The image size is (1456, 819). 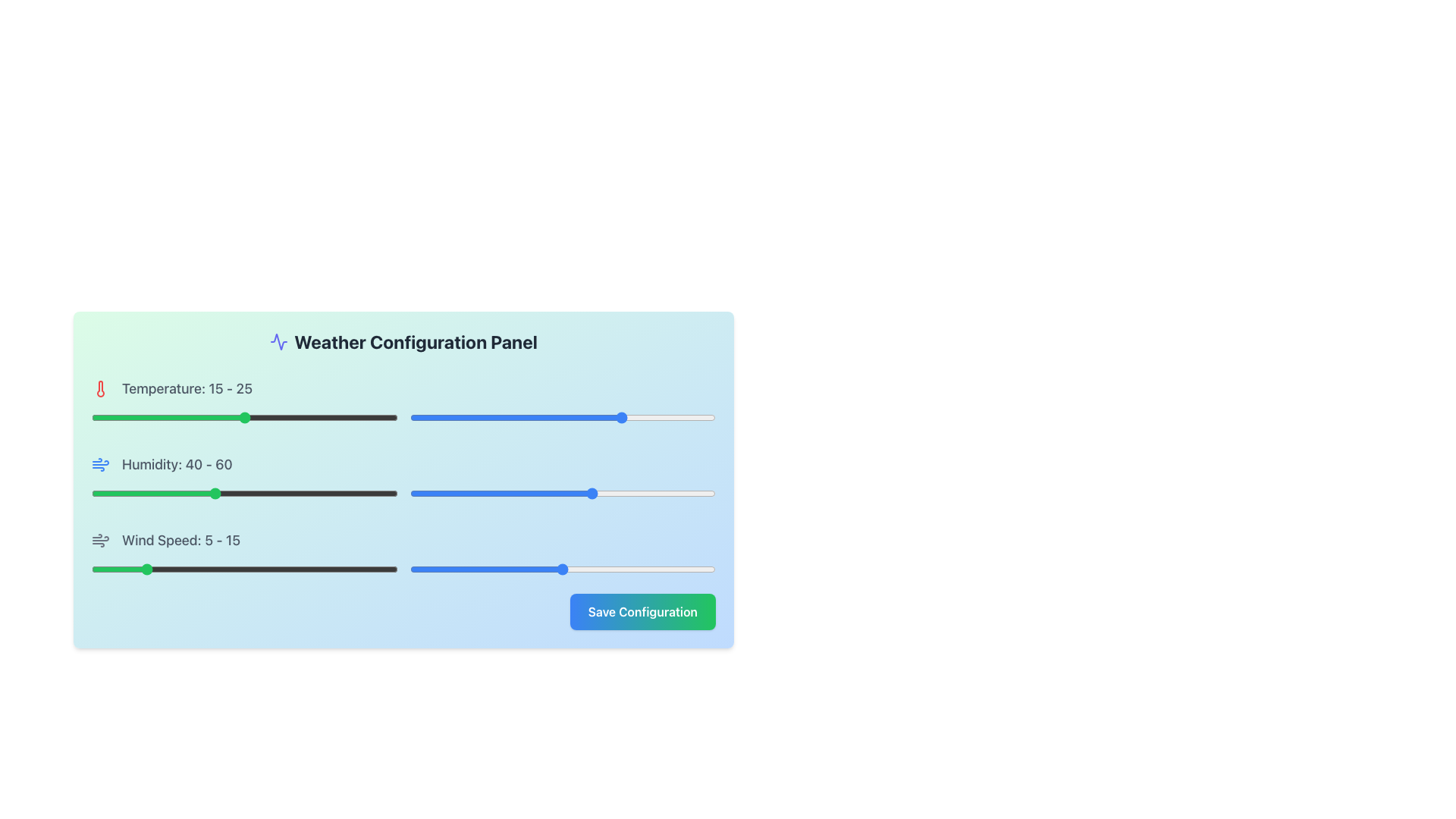 What do you see at coordinates (367, 570) in the screenshot?
I see `the start value of the wind speed range` at bounding box center [367, 570].